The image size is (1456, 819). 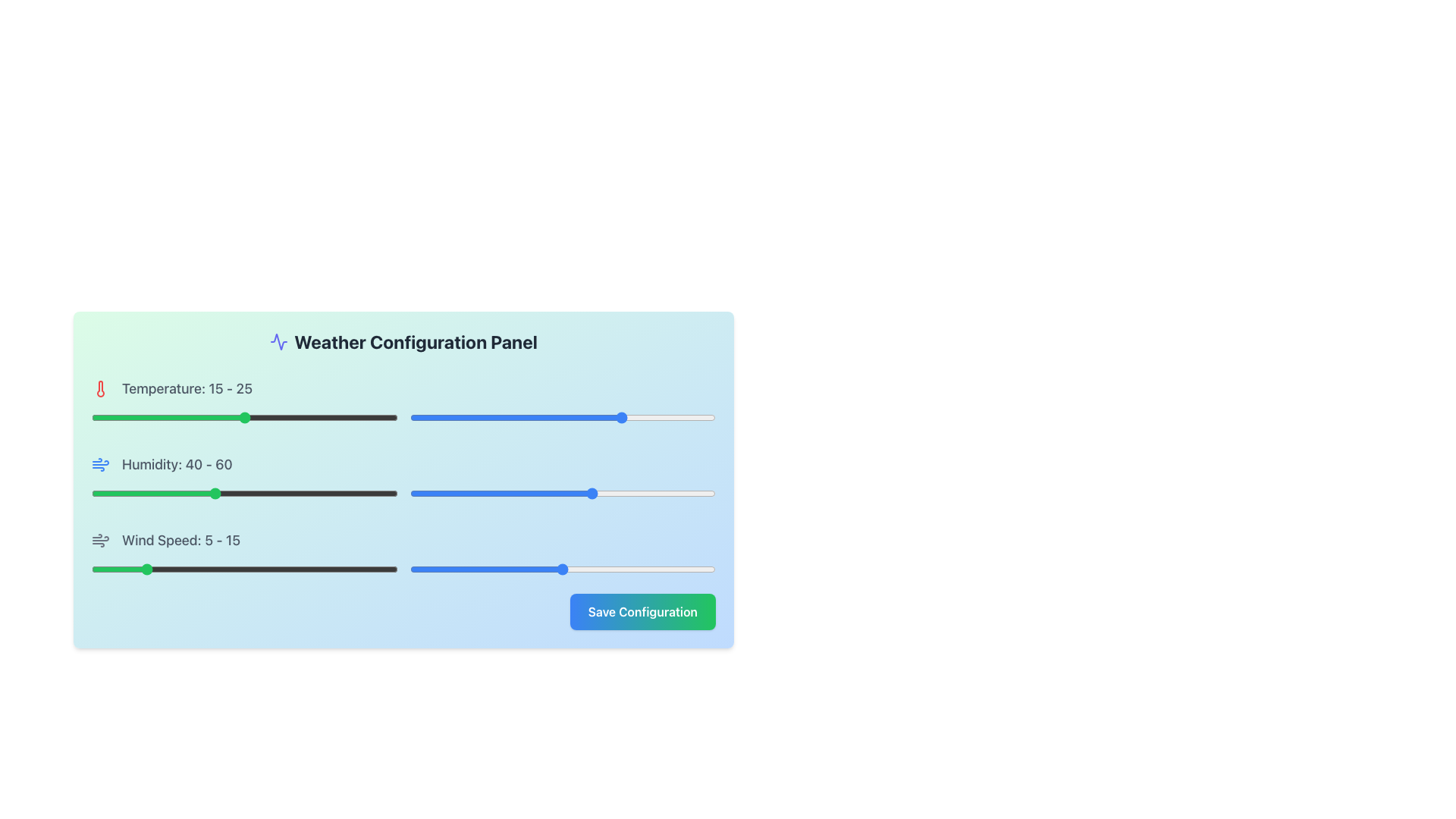 What do you see at coordinates (367, 570) in the screenshot?
I see `the start value of the wind speed range` at bounding box center [367, 570].